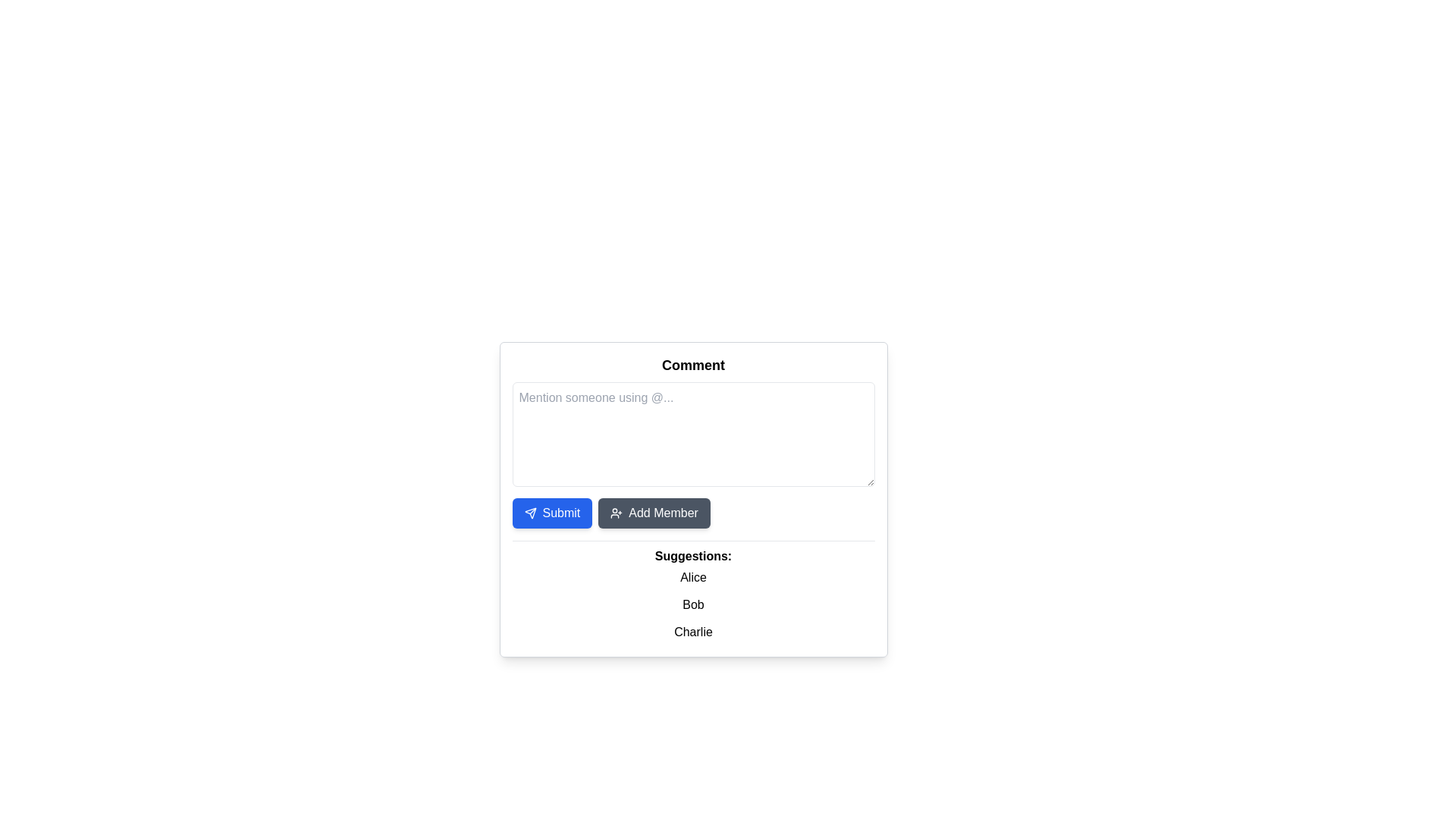  Describe the element at coordinates (551, 513) in the screenshot. I see `the button designed to send or submit the input from the text box labeled 'Comment', which is the first button in a horizontal arrangement of controls` at that location.